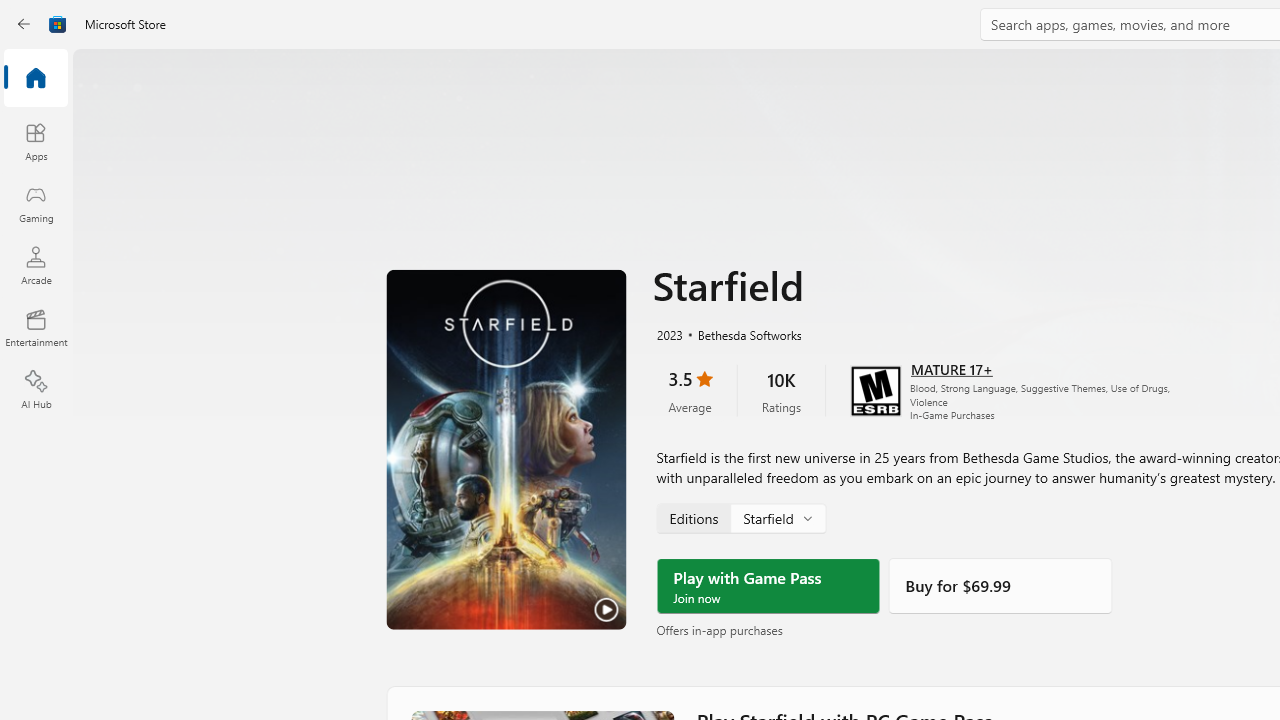 This screenshot has height=720, width=1280. I want to click on 'AI Hub', so click(35, 390).